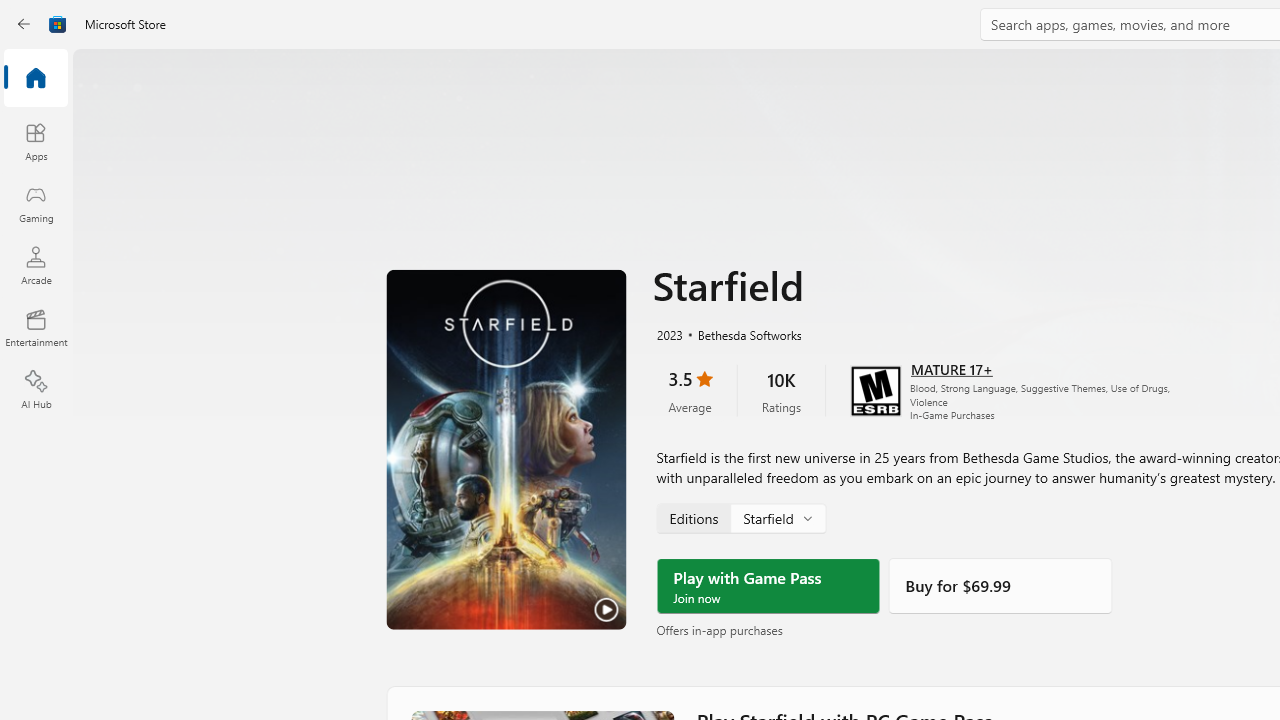 This screenshot has height=720, width=1280. I want to click on 'AI Hub', so click(35, 390).